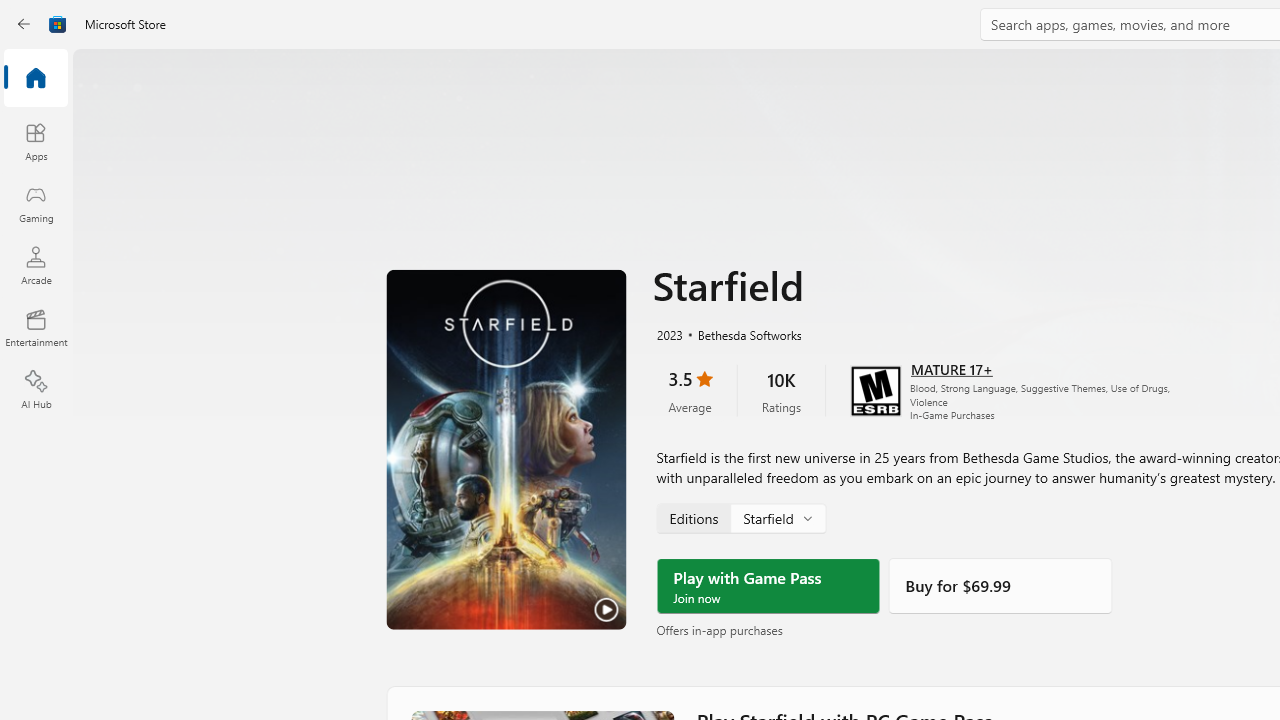 This screenshot has height=720, width=1280. I want to click on 'AI Hub', so click(35, 390).